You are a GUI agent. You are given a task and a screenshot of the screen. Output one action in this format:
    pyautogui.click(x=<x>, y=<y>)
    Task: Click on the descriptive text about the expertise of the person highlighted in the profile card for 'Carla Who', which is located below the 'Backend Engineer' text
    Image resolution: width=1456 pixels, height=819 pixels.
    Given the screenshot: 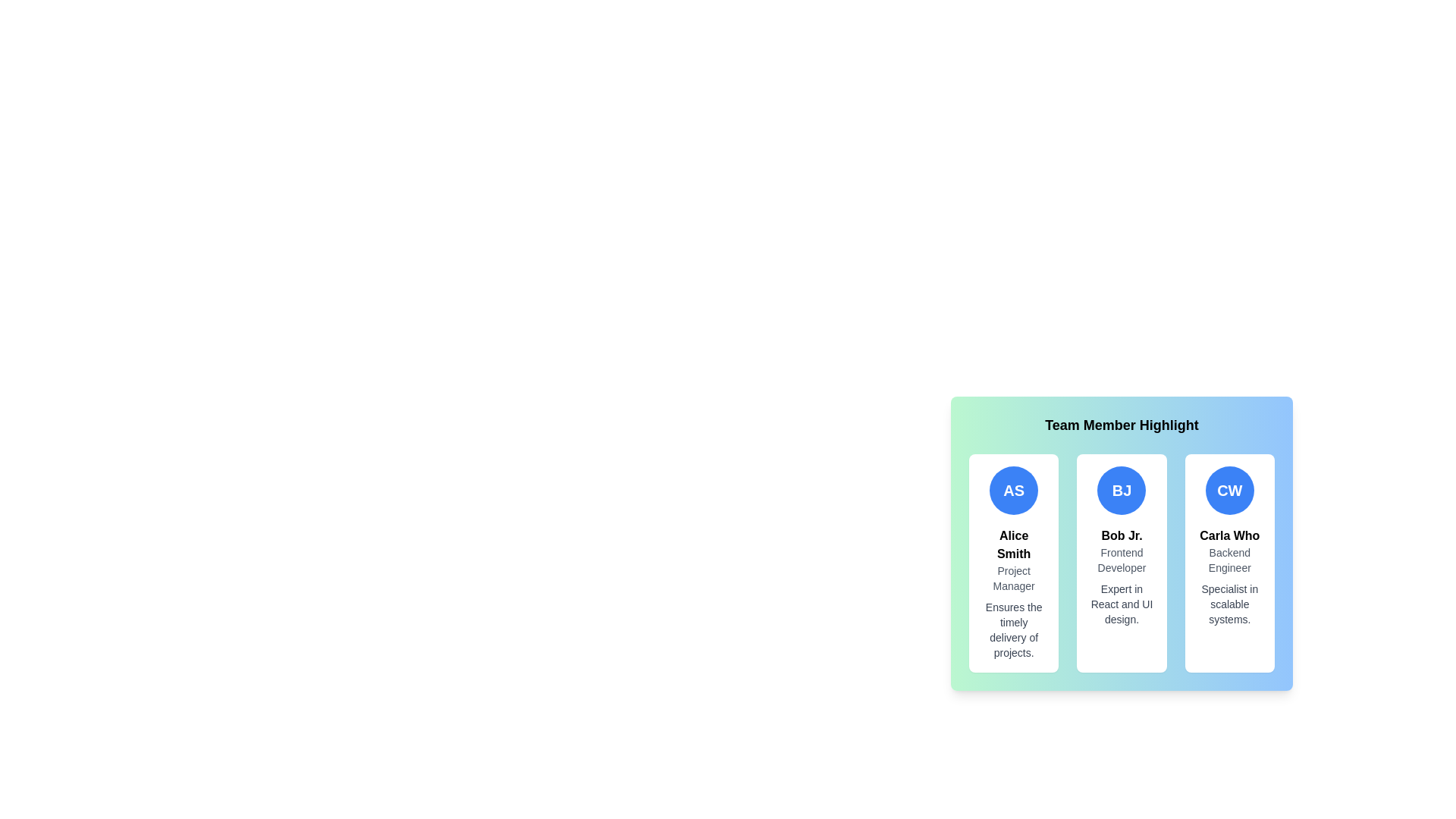 What is the action you would take?
    pyautogui.click(x=1229, y=604)
    